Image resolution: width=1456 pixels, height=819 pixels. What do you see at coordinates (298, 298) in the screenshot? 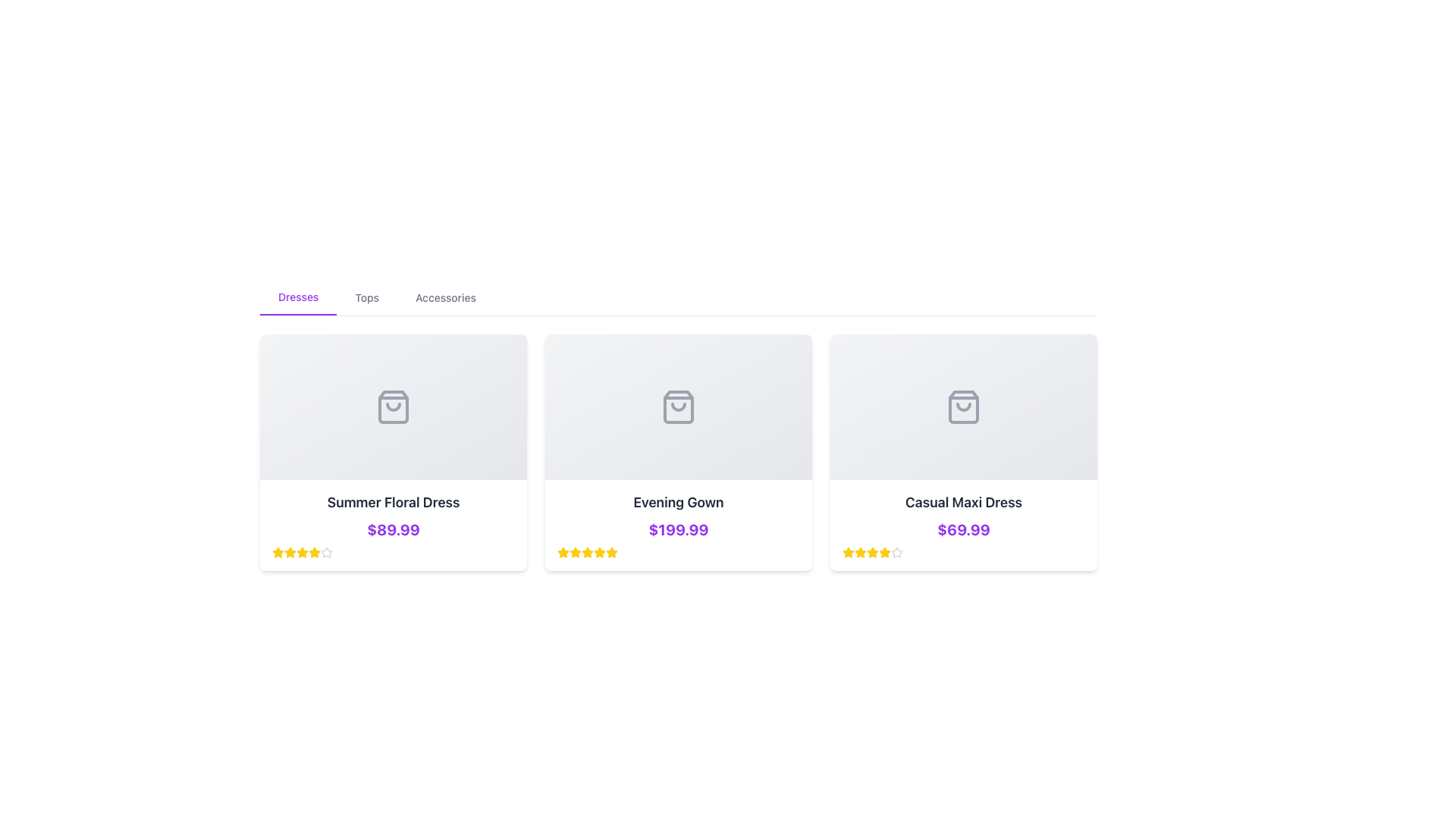
I see `the 'Dresses' button in the horizontal menu bar for accessibility navigation` at bounding box center [298, 298].